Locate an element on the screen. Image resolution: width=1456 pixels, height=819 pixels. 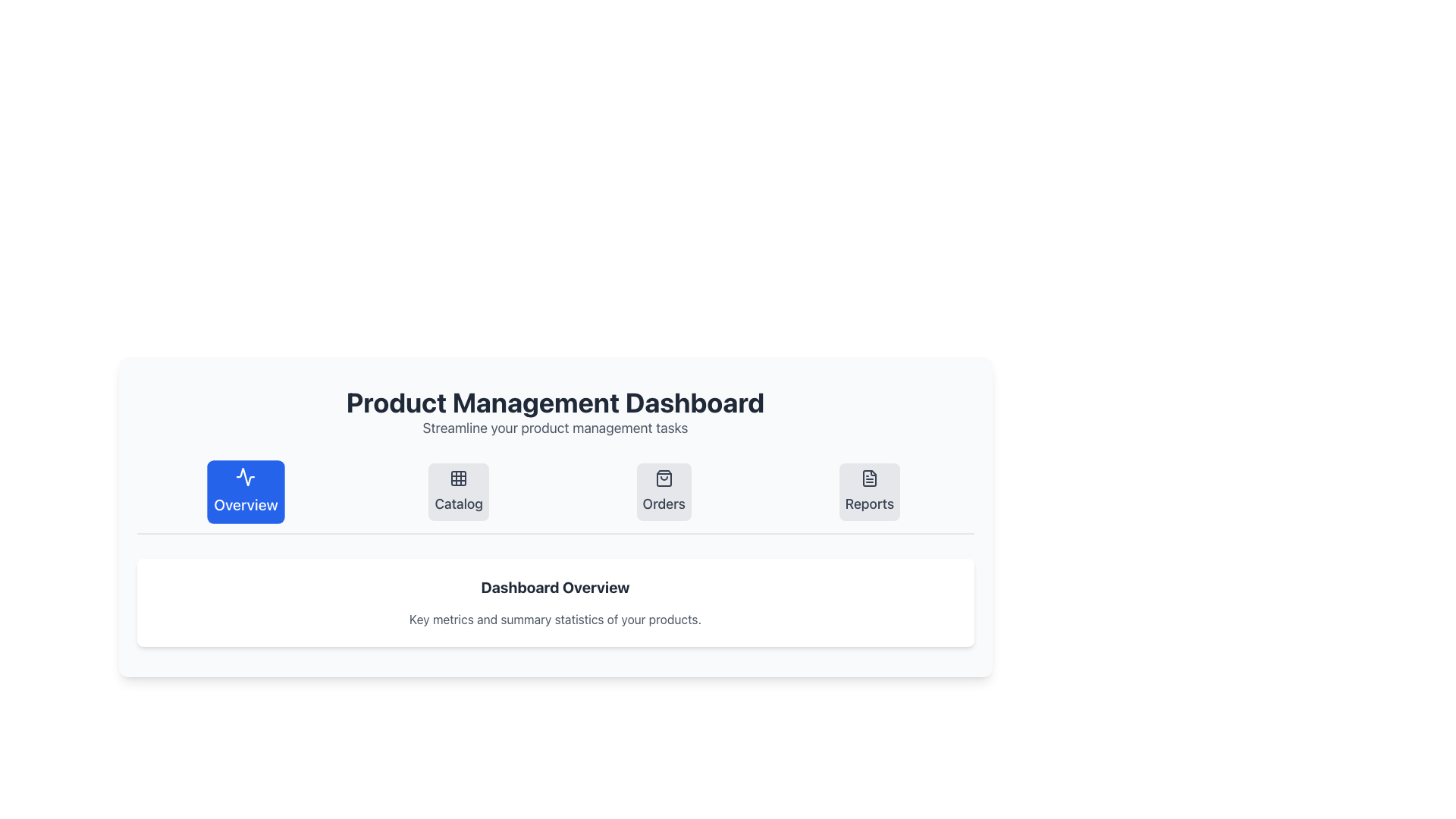
the 'Reports' icon located on the rightmost side of the navigation menu in the 'Product Management Dashboard' is located at coordinates (869, 479).